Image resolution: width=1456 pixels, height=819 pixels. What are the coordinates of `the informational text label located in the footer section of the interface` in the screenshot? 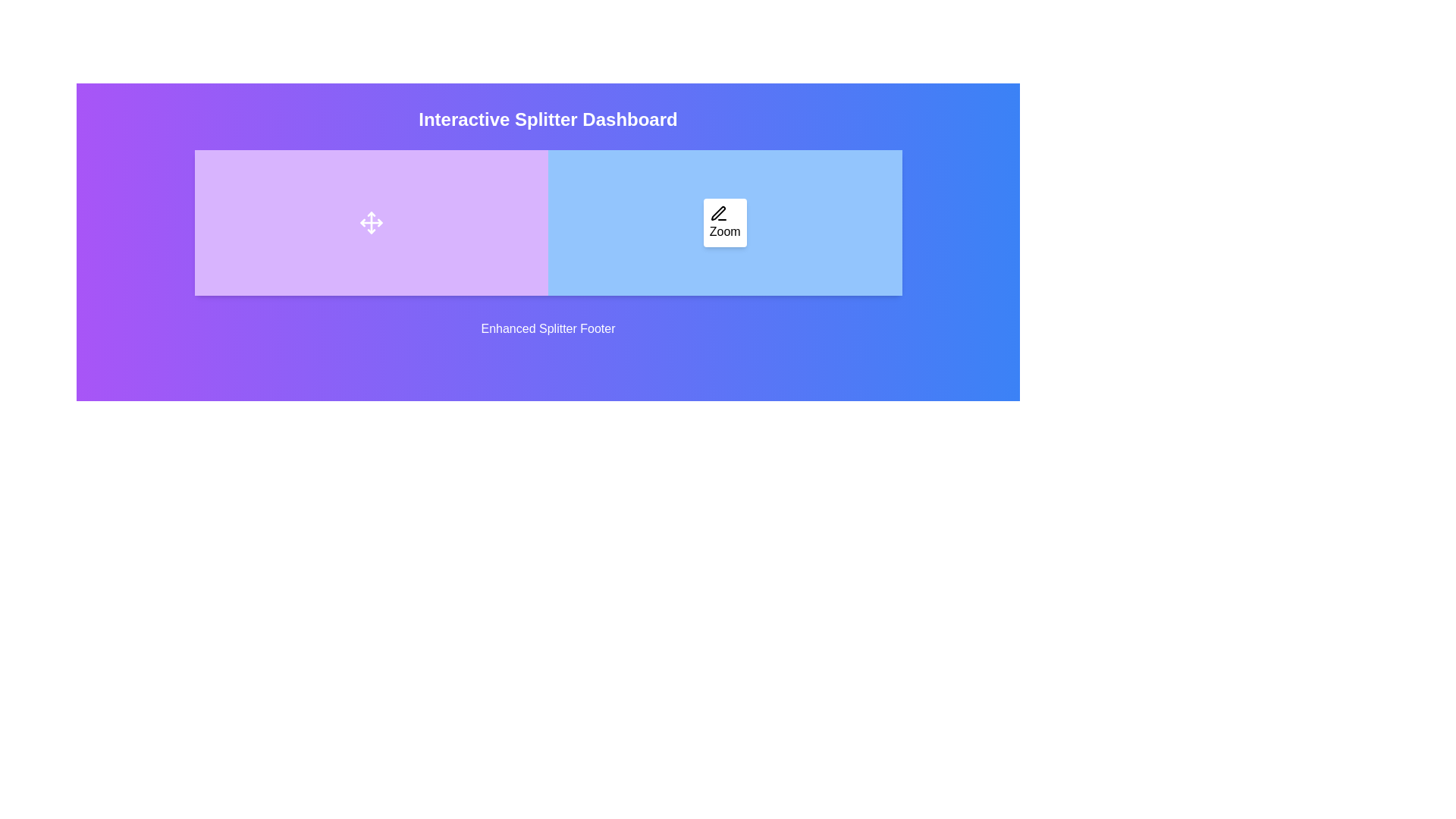 It's located at (548, 328).